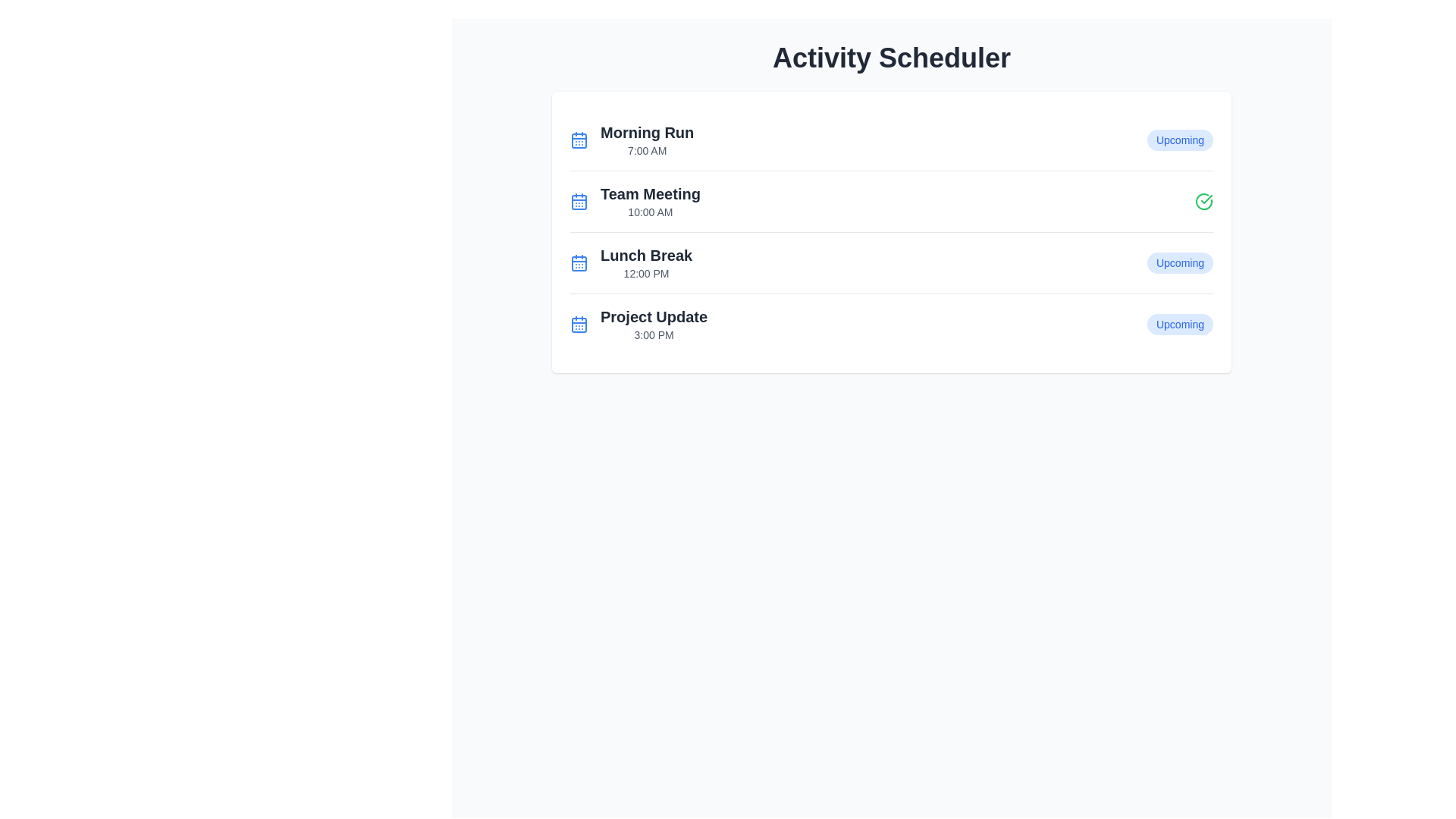  What do you see at coordinates (892, 201) in the screenshot?
I see `the second list item entry for scheduling, which displays the title and time of the event, located between 'Morning Run' and 'Lunch Break'` at bounding box center [892, 201].